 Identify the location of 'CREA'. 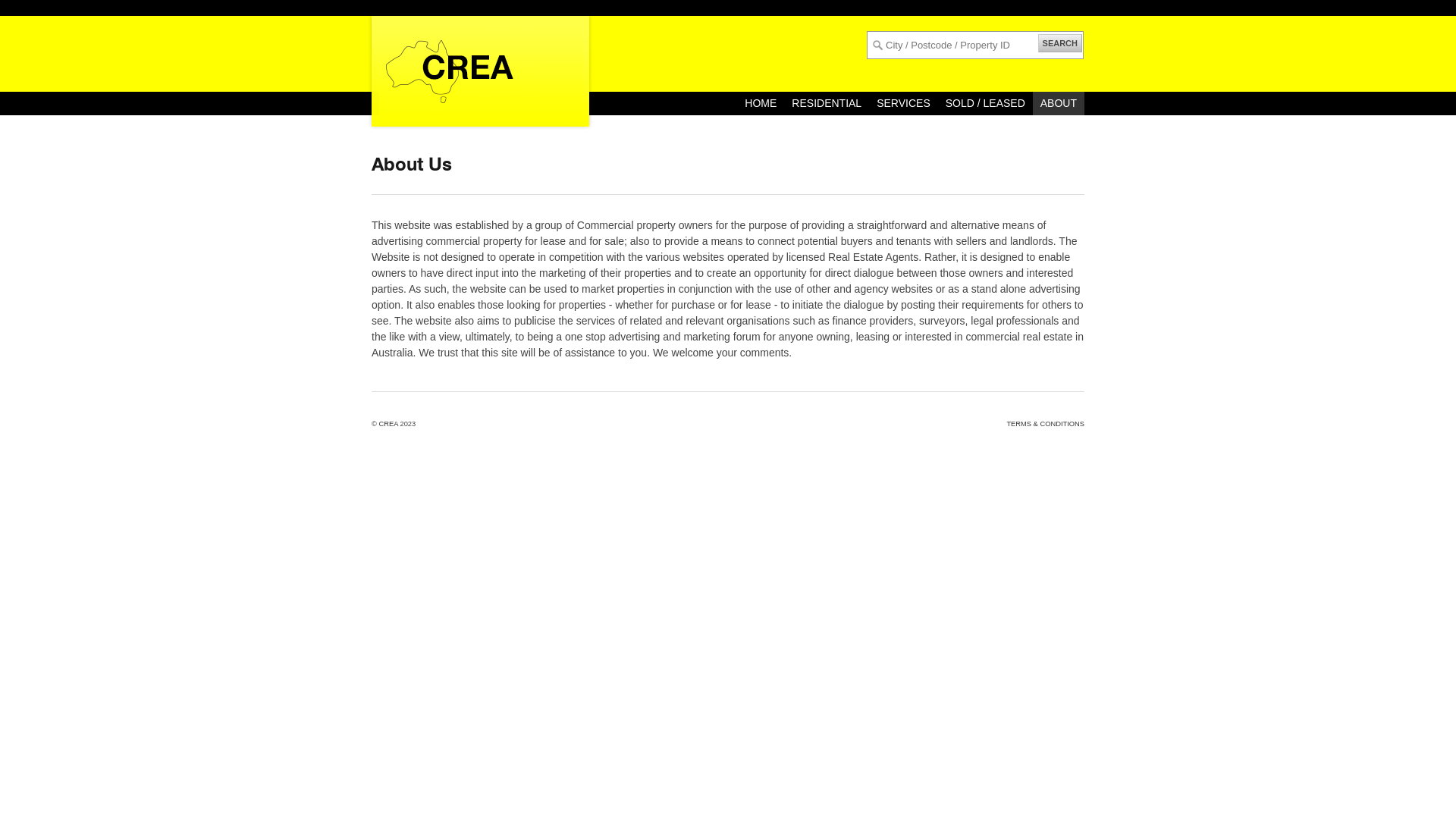
(378, 424).